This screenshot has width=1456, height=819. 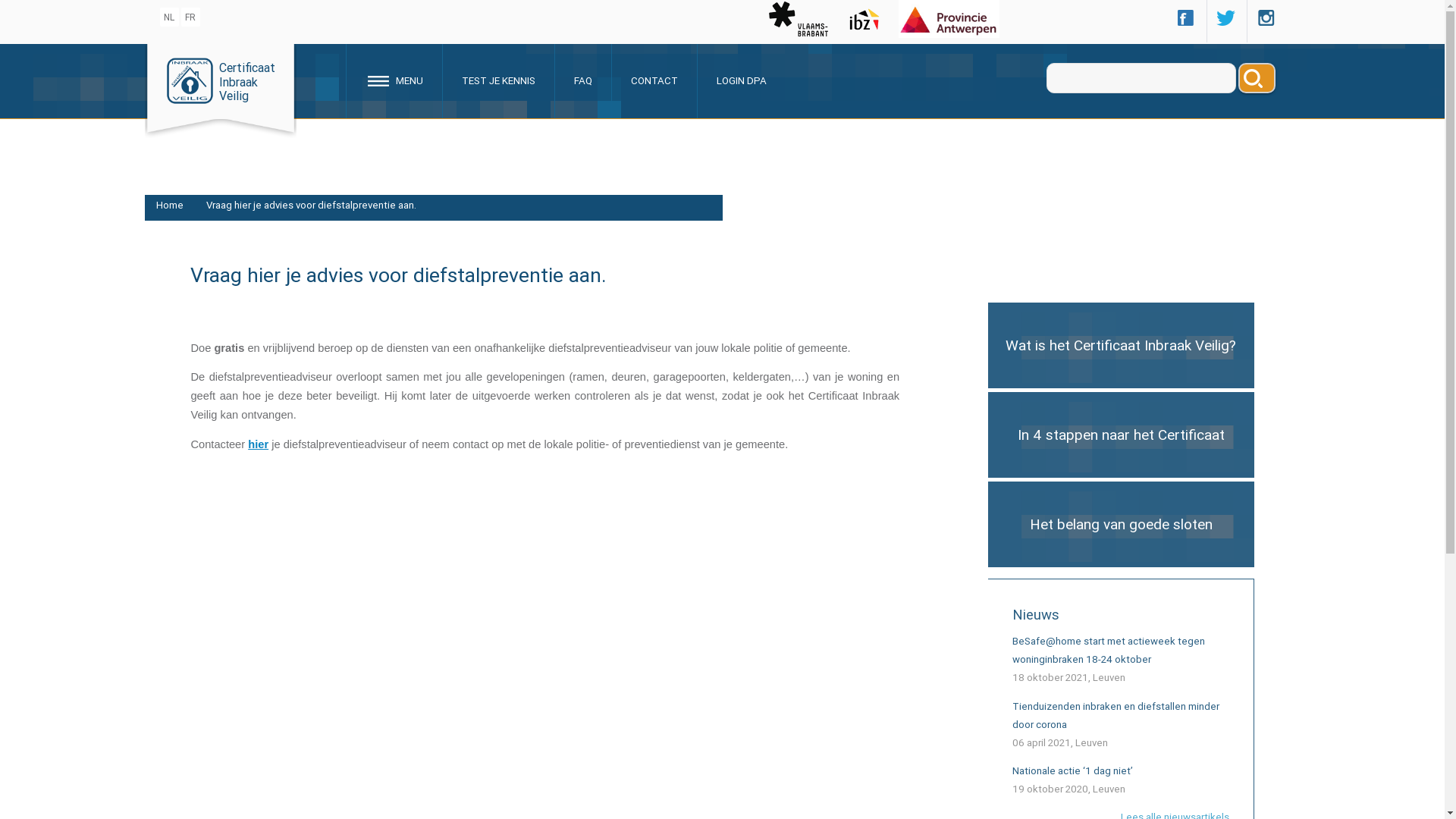 What do you see at coordinates (1116, 715) in the screenshot?
I see `'Tienduizenden inbraken en diefstallen minder door corona'` at bounding box center [1116, 715].